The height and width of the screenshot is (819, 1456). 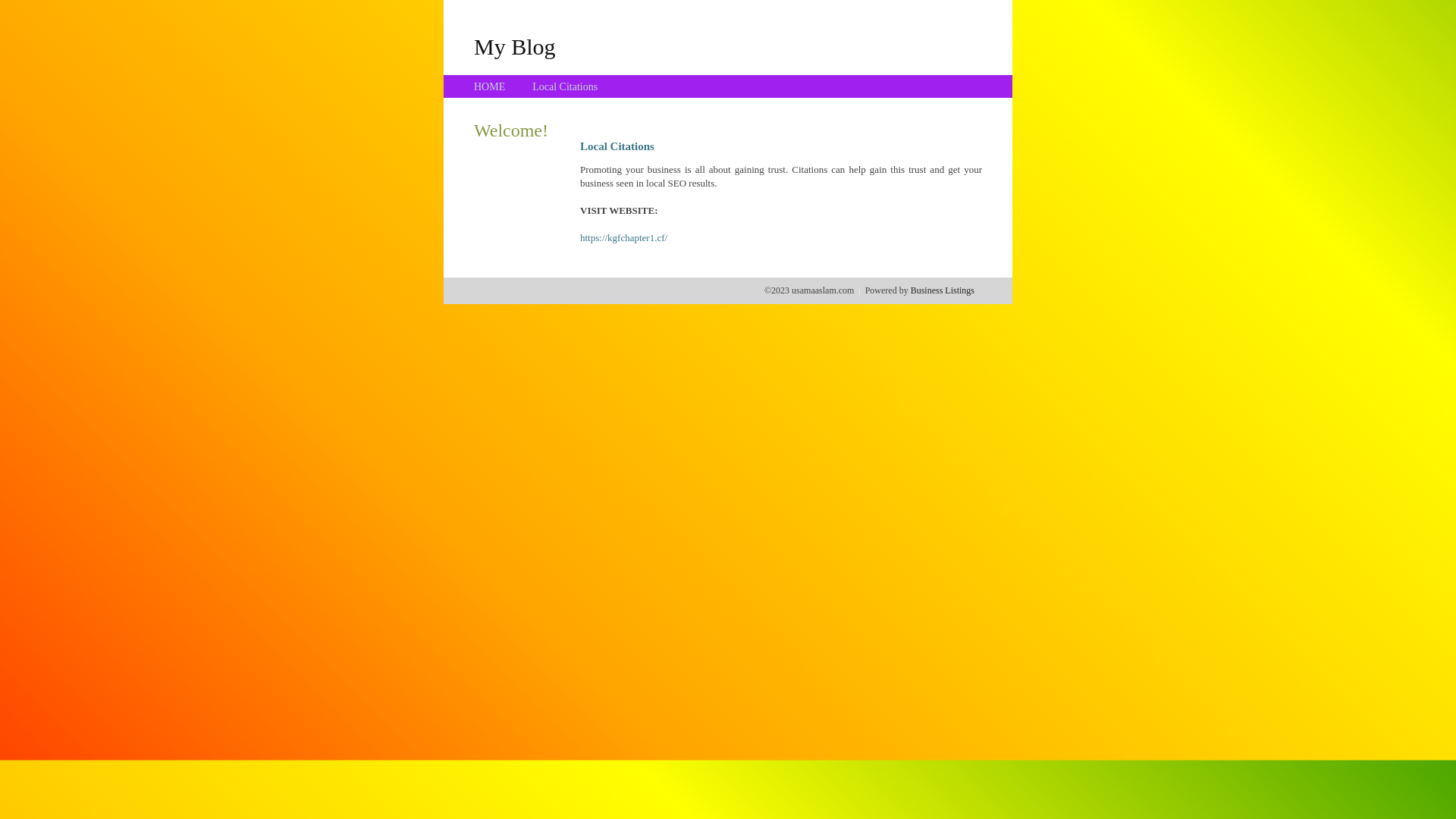 What do you see at coordinates (532, 86) in the screenshot?
I see `'Local Citations'` at bounding box center [532, 86].